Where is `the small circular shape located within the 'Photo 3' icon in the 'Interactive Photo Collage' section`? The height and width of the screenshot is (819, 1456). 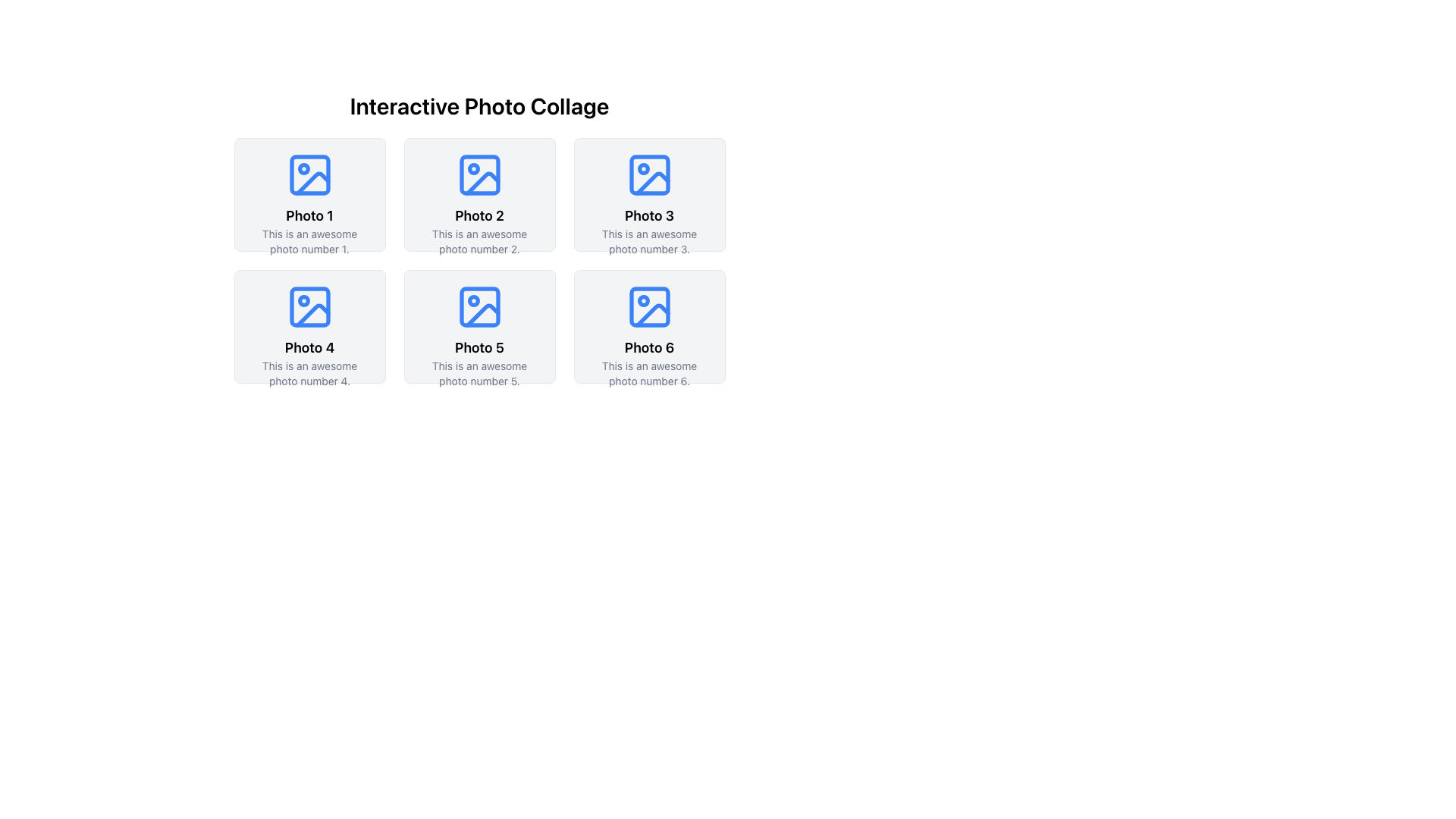 the small circular shape located within the 'Photo 3' icon in the 'Interactive Photo Collage' section is located at coordinates (643, 169).